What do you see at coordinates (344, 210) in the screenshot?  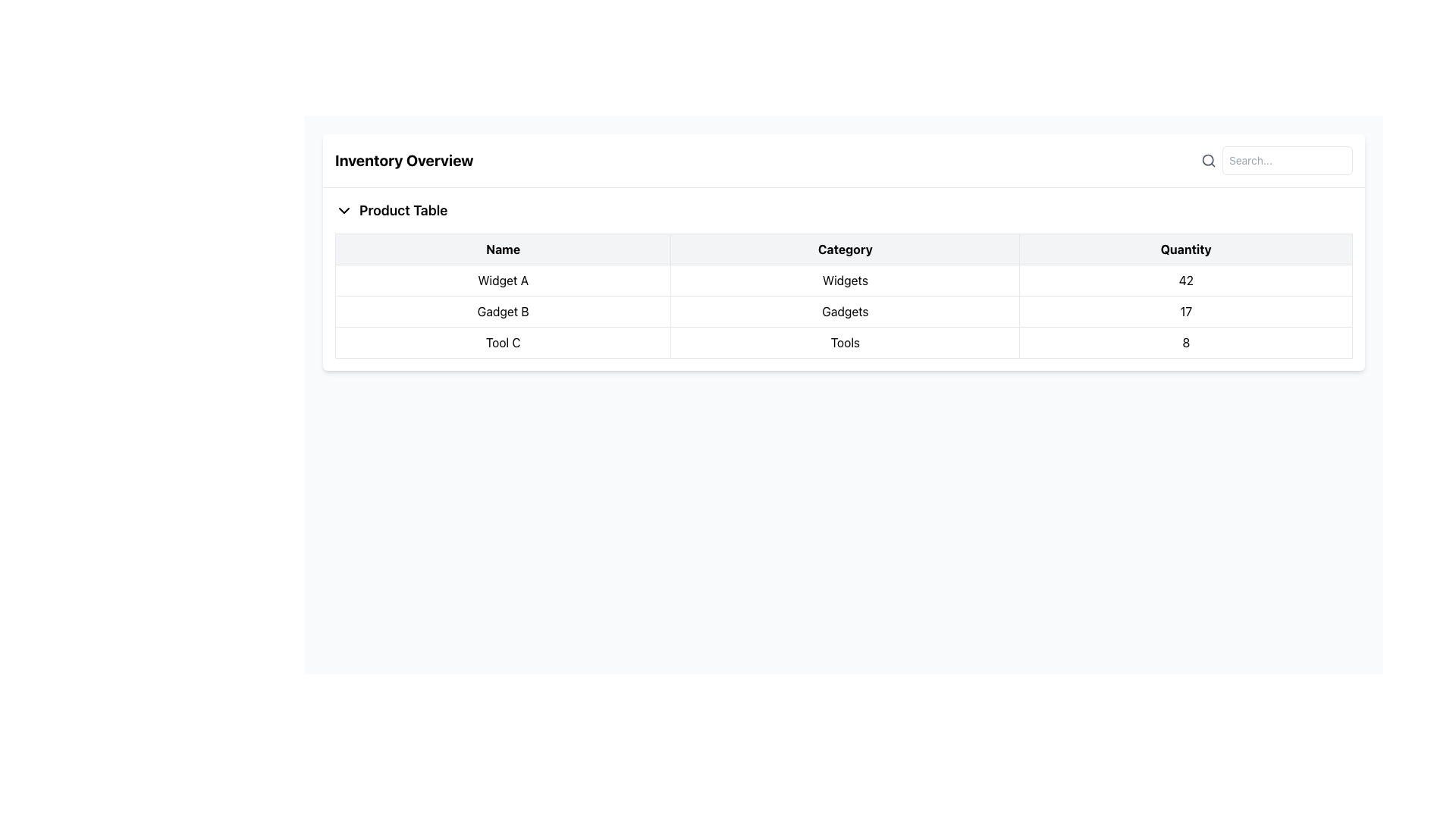 I see `the small, downward-pointing chevron arrow icon located to the immediate left of the text 'Product Table' in the header section above the table` at bounding box center [344, 210].